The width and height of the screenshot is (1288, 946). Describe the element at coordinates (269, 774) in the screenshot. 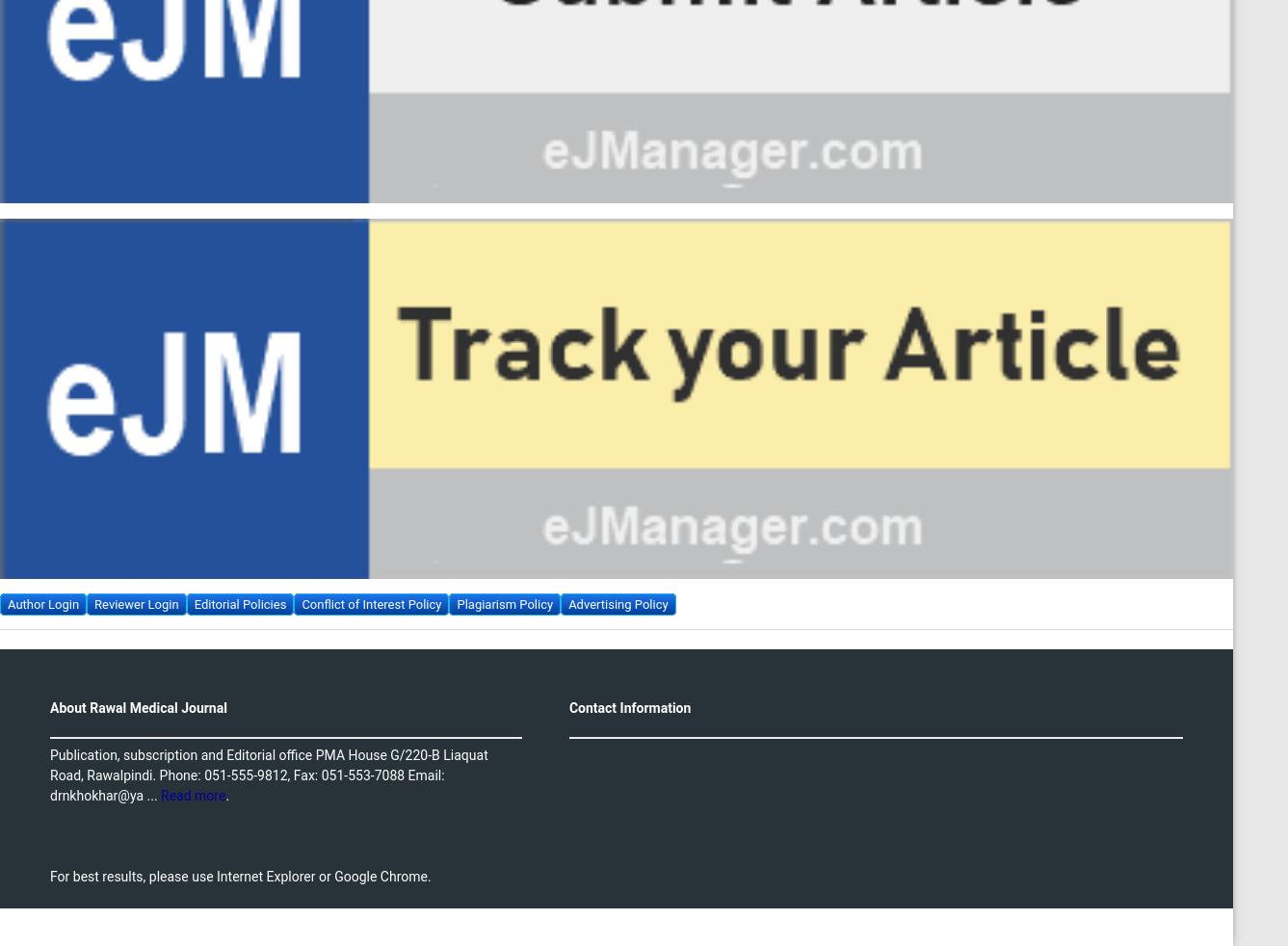

I see `'Publication, subscription and Editorial office 

PMA House G/220-B Liaquat Road, Rawalpindi. Phone: 051-555-9812, Fax: 051-553-7088 Email: drnkhokhar@ya ...'` at that location.